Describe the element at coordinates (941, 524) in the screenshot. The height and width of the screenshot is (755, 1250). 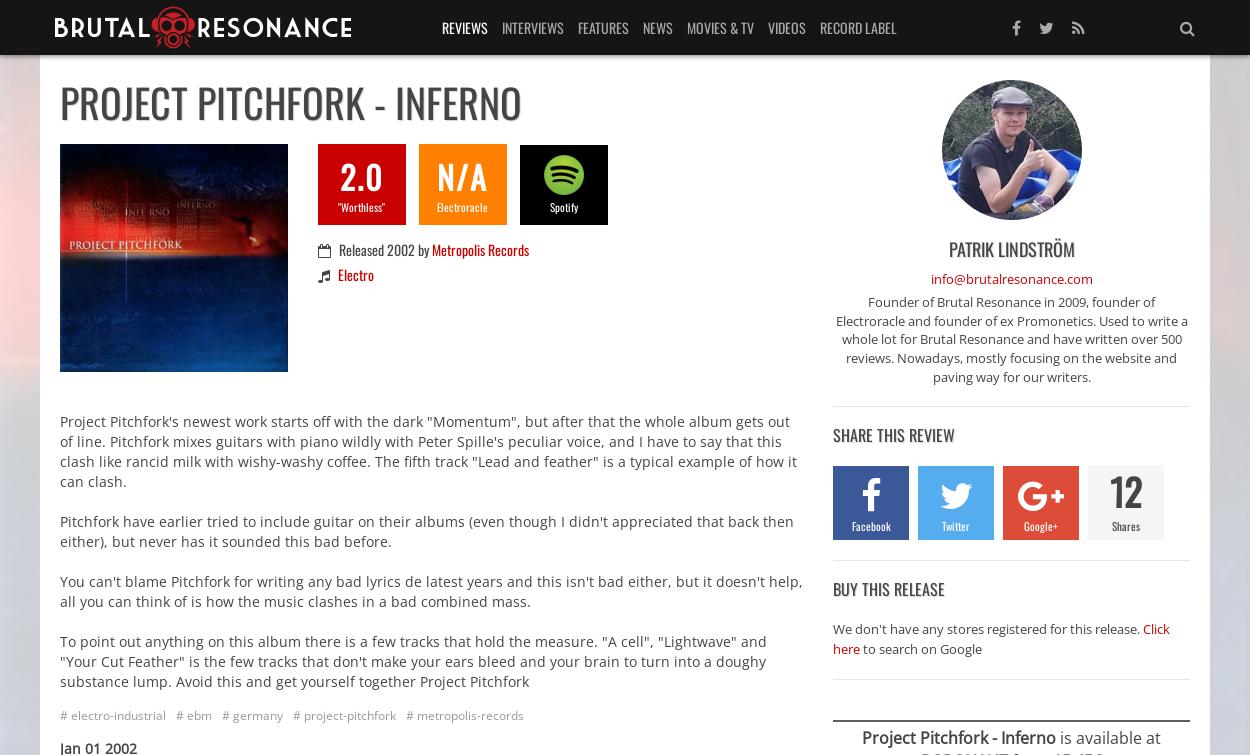
I see `'Twitter'` at that location.